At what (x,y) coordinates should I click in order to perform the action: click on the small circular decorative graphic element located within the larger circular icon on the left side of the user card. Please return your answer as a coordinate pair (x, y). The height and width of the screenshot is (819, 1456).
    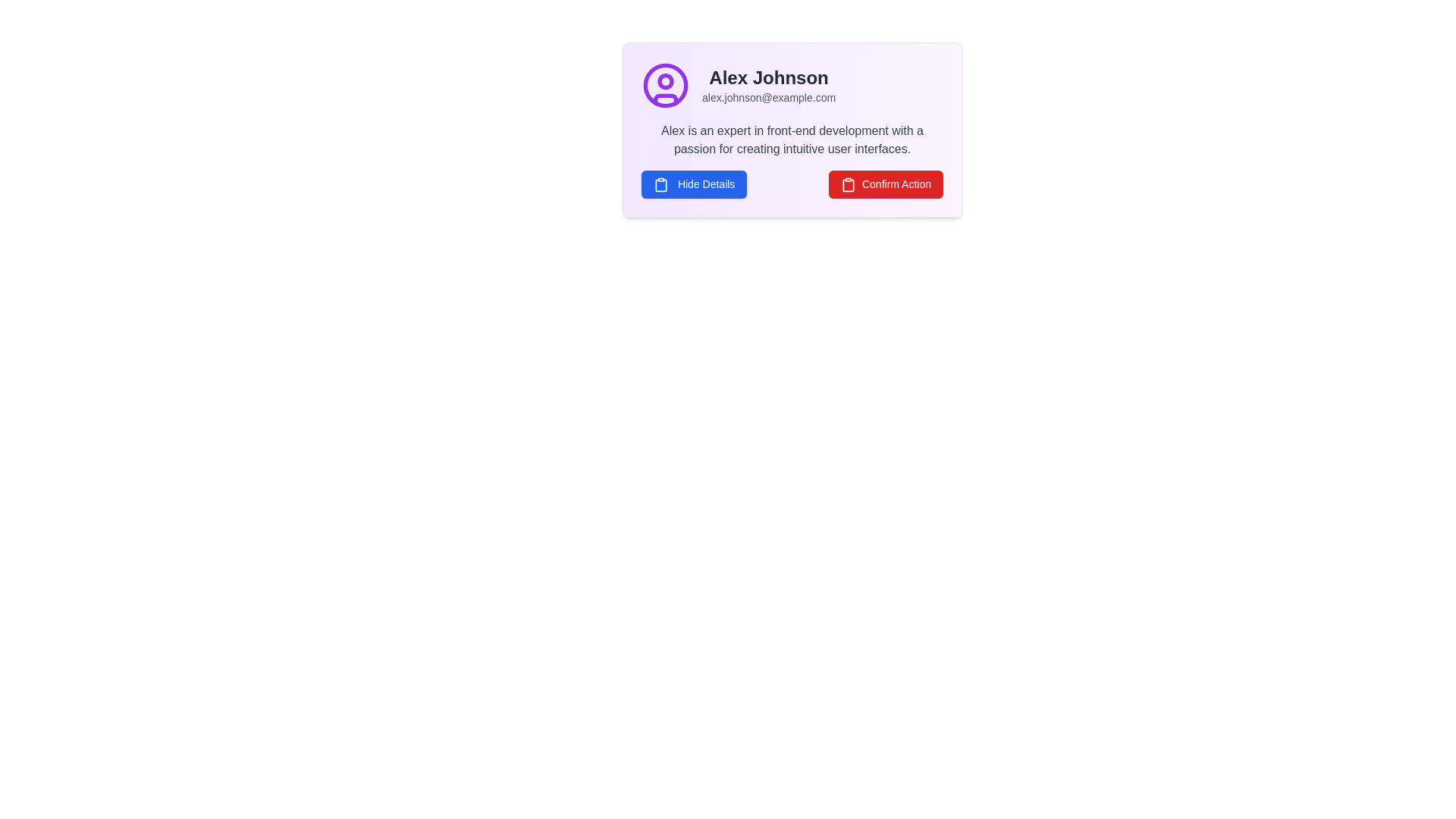
    Looking at the image, I should click on (666, 81).